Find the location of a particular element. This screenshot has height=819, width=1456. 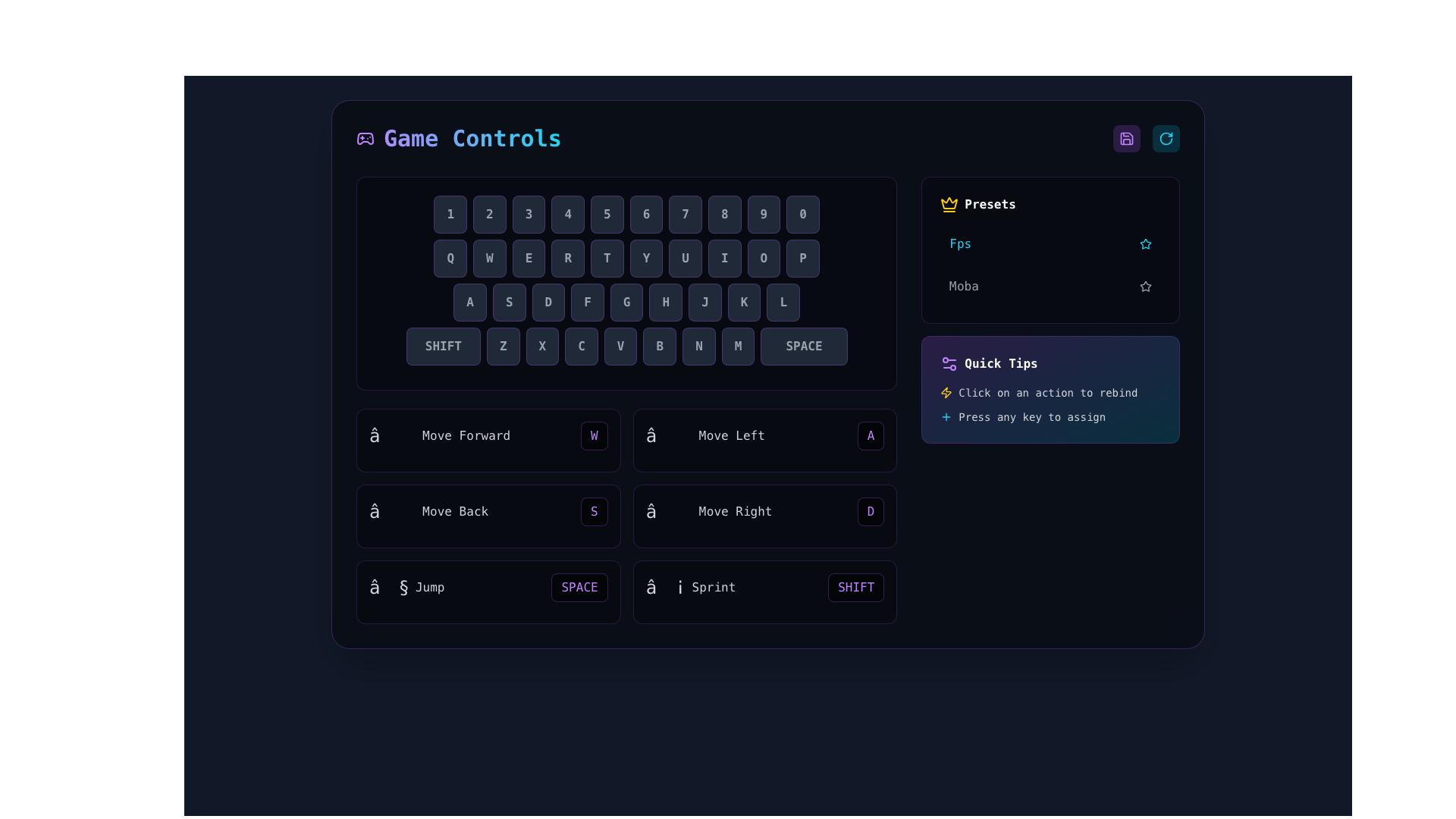

the button labeled 'S' in the virtual keyboard layout, which is a rectangular button with a dark background and light gray text, located between the 'A' and 'D' buttons is located at coordinates (509, 302).